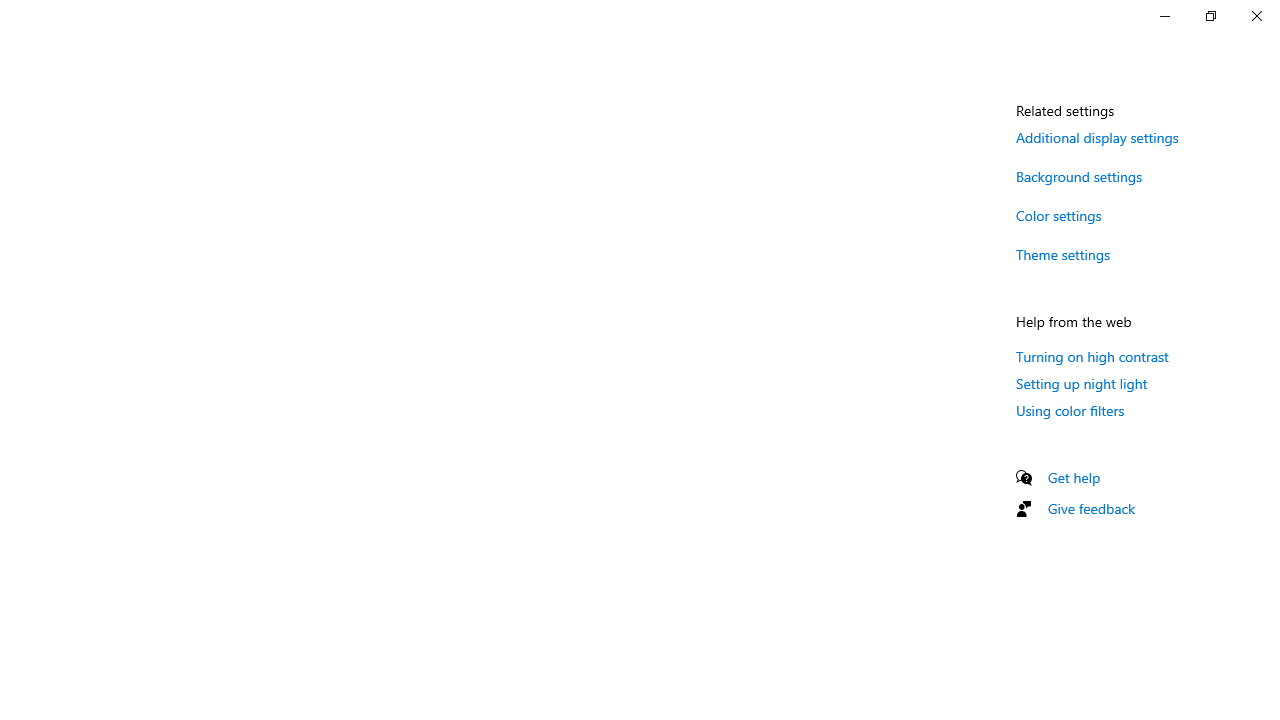 The width and height of the screenshot is (1280, 720). I want to click on 'Get help', so click(1073, 477).